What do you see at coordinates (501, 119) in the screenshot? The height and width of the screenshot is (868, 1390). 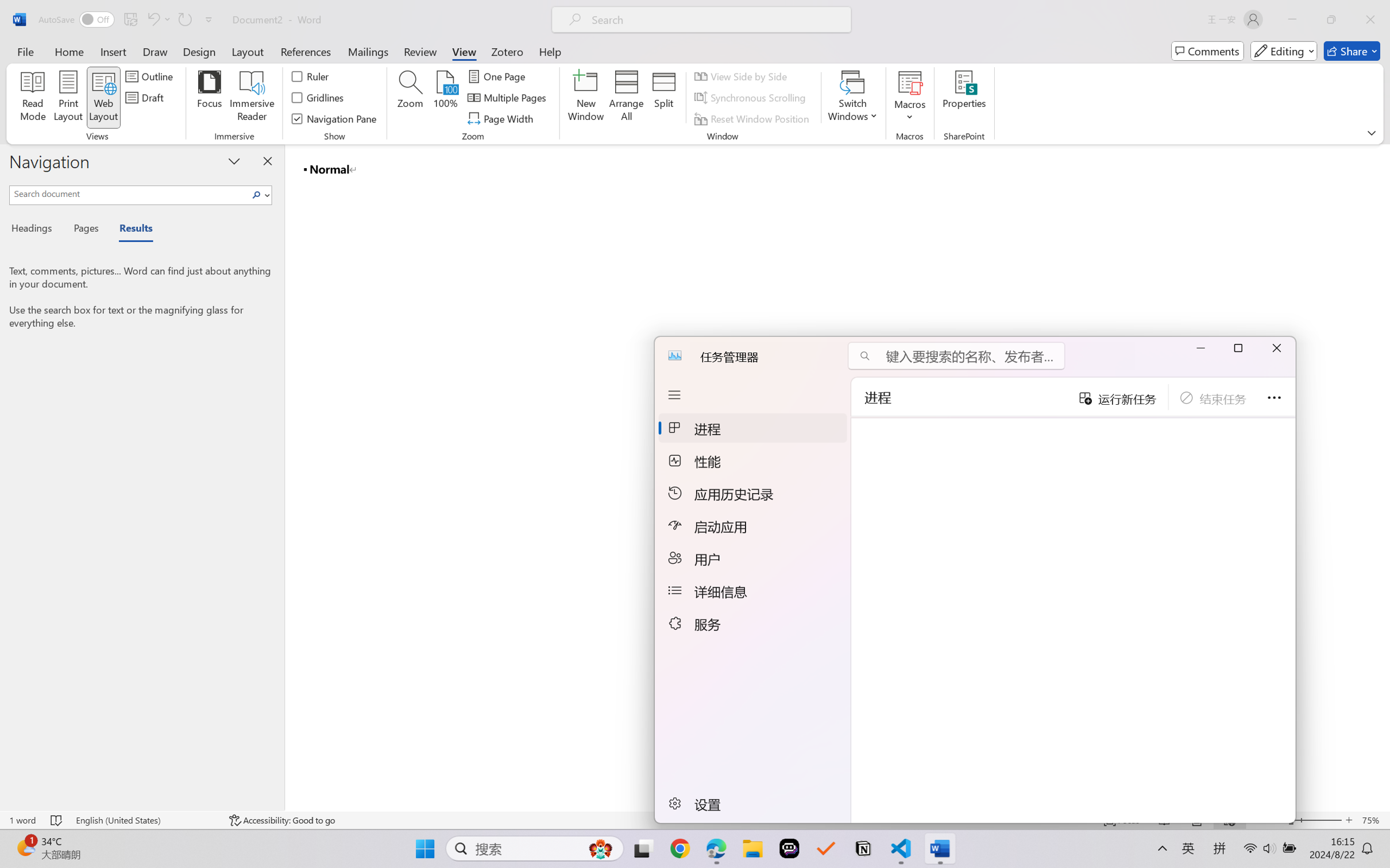 I see `'Page Width'` at bounding box center [501, 119].